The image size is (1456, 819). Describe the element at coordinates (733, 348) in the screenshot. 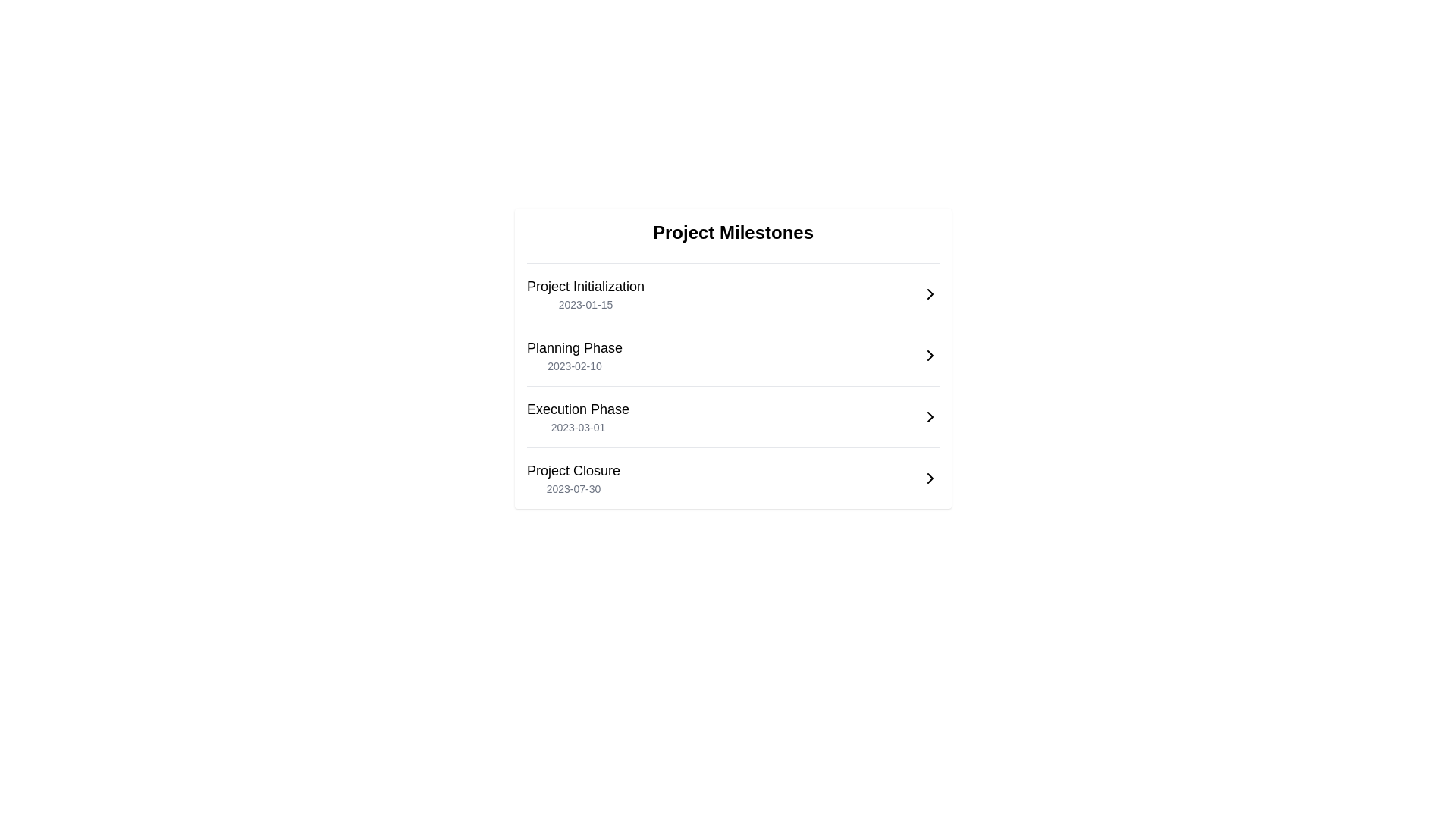

I see `the second list item representing the 'Planning Phase' dated '2023-02-10'` at that location.